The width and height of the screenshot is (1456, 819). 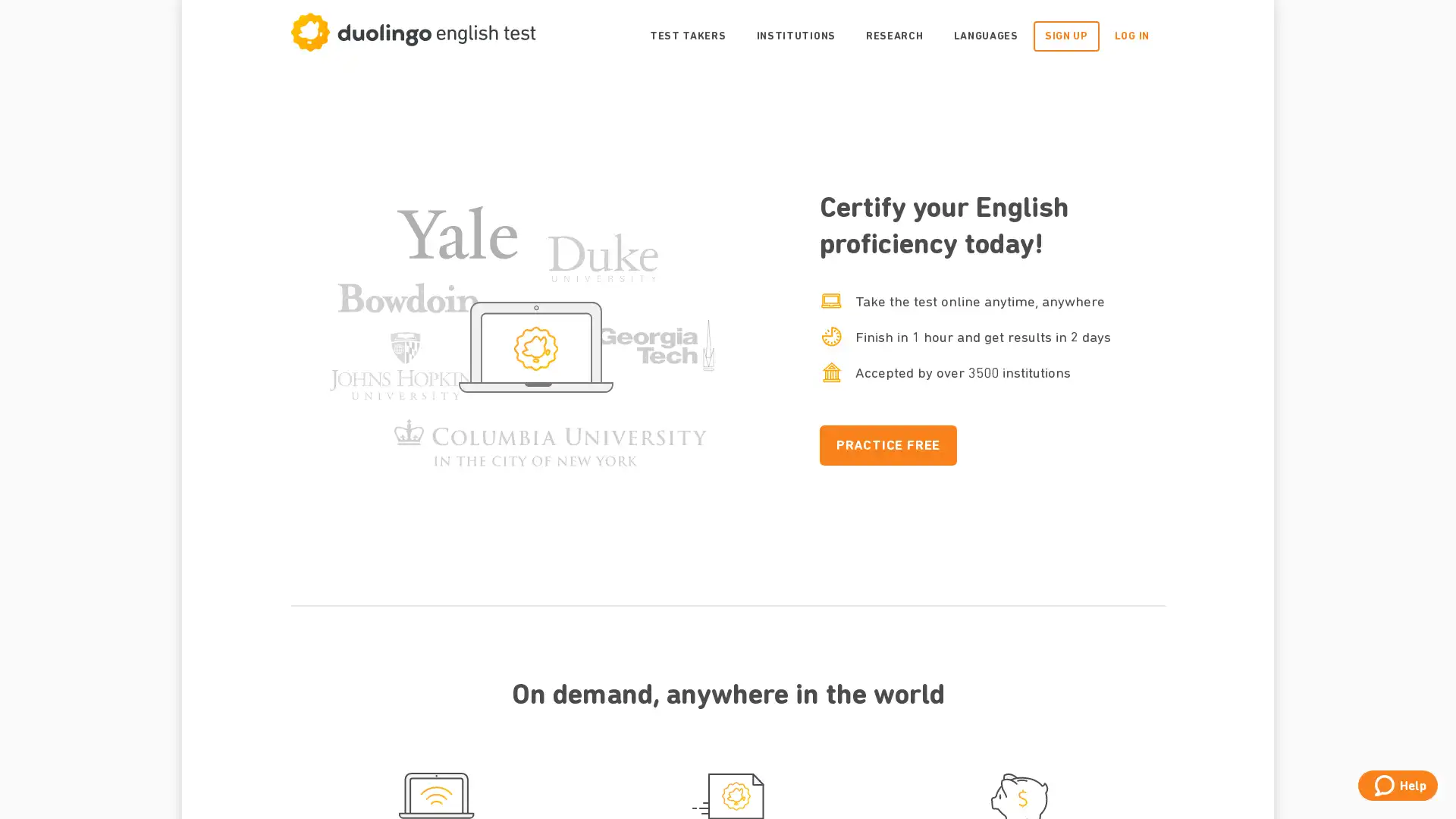 What do you see at coordinates (1397, 785) in the screenshot?
I see `Help` at bounding box center [1397, 785].